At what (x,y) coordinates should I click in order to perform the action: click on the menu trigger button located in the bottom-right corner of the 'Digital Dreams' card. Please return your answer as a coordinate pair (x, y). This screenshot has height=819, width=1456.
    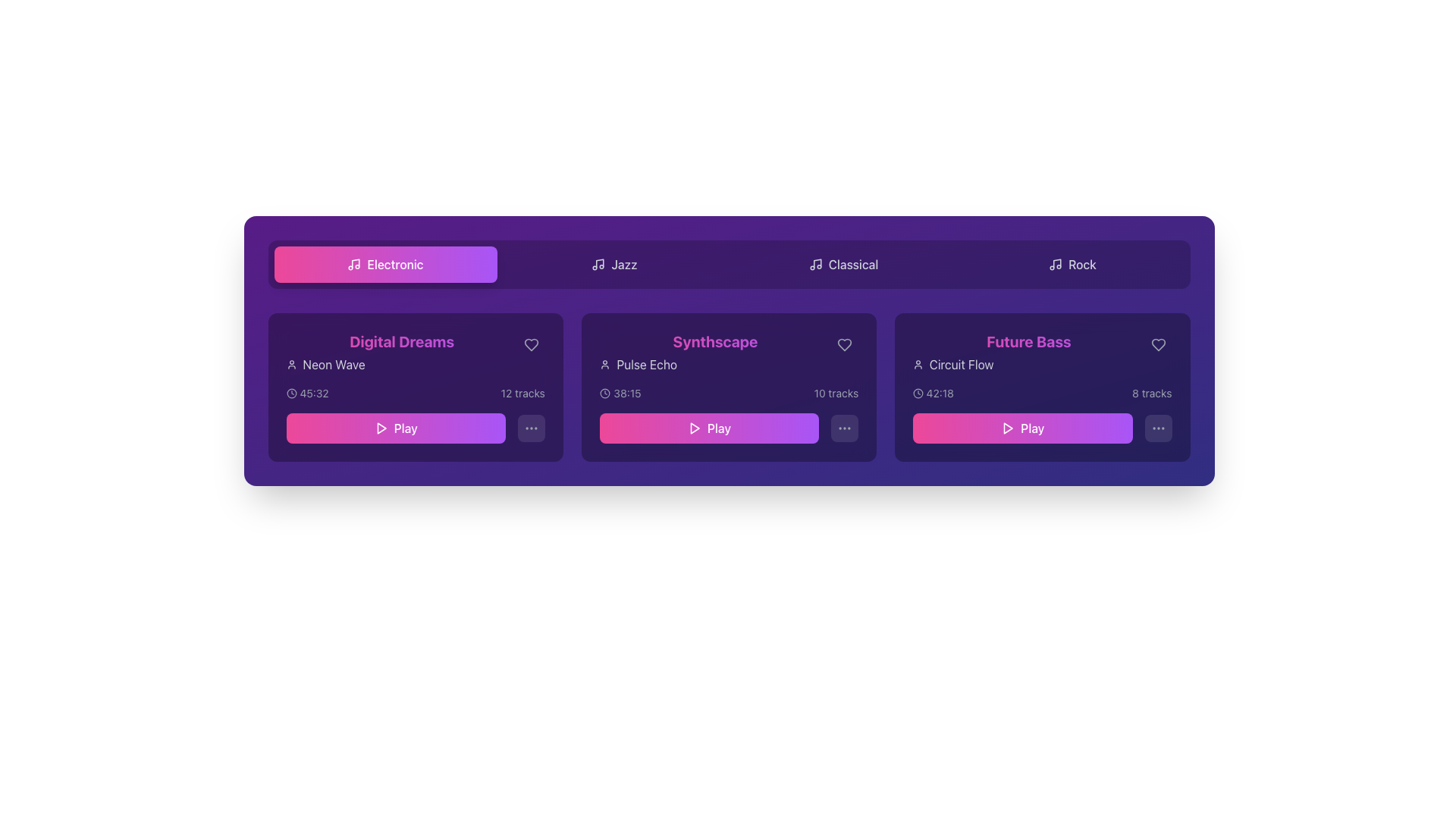
    Looking at the image, I should click on (531, 428).